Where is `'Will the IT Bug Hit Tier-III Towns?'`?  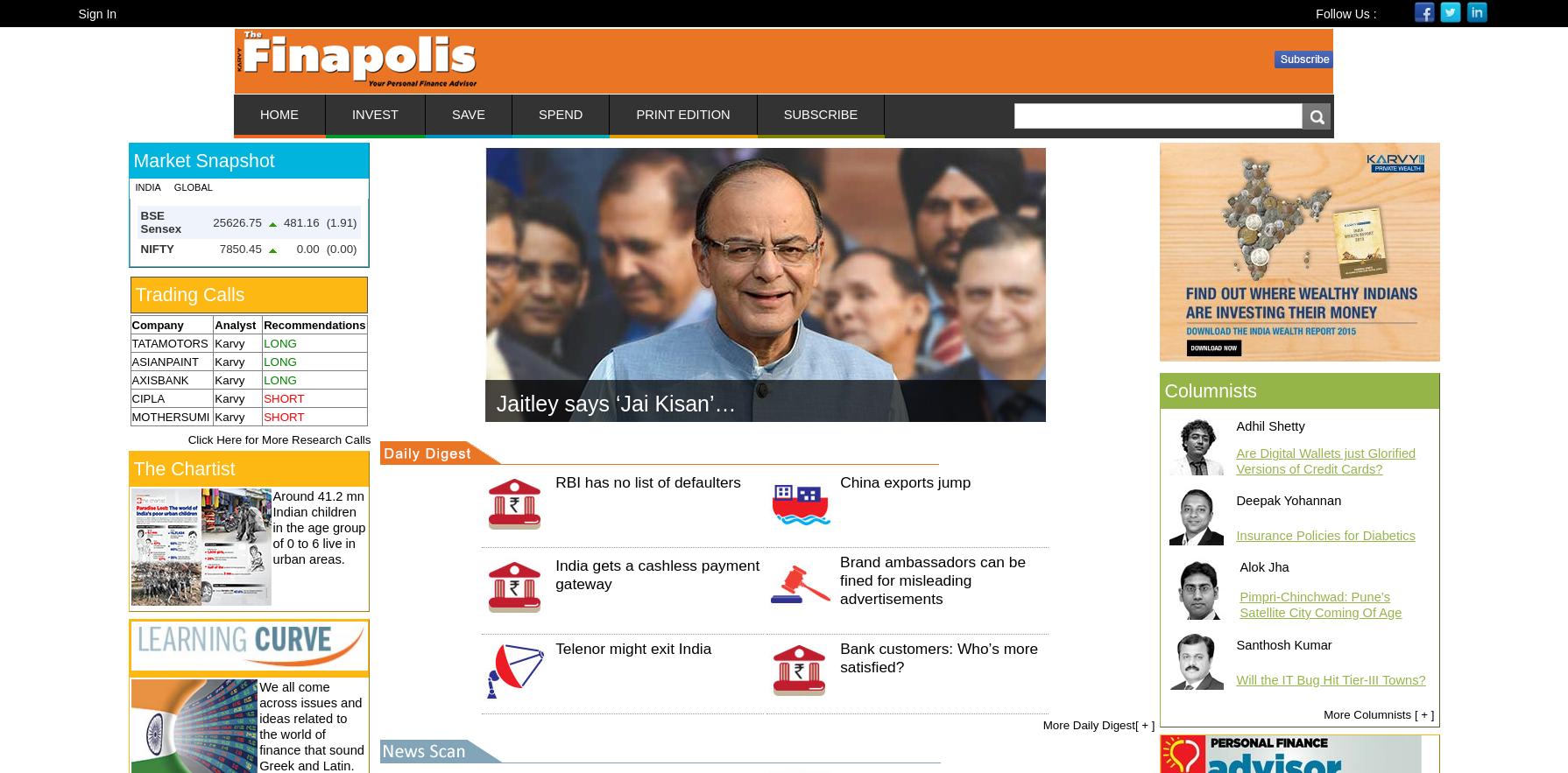 'Will the IT Bug Hit Tier-III Towns?' is located at coordinates (1329, 680).